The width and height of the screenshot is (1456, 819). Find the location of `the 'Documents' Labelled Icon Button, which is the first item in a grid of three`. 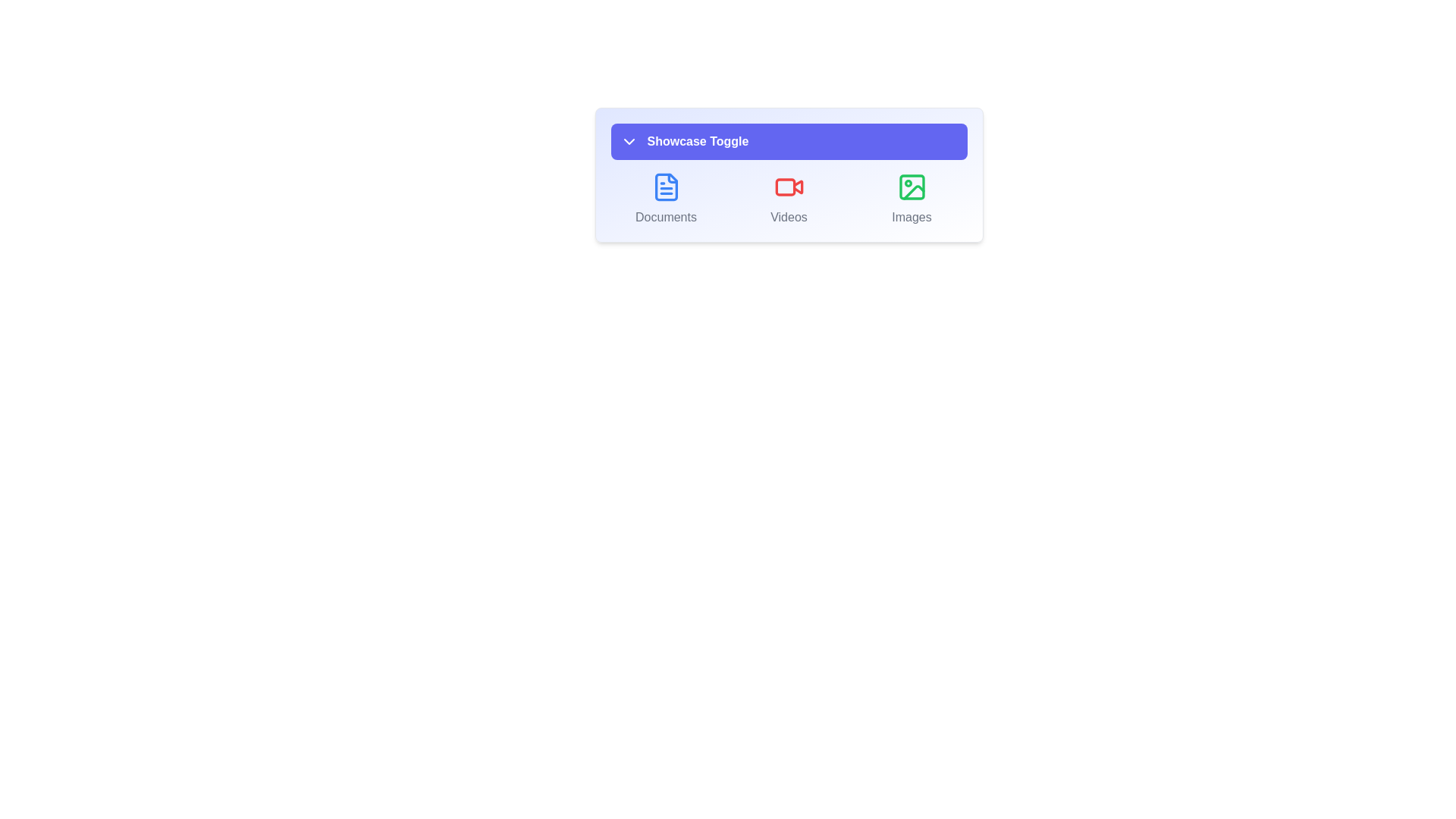

the 'Documents' Labelled Icon Button, which is the first item in a grid of three is located at coordinates (666, 198).